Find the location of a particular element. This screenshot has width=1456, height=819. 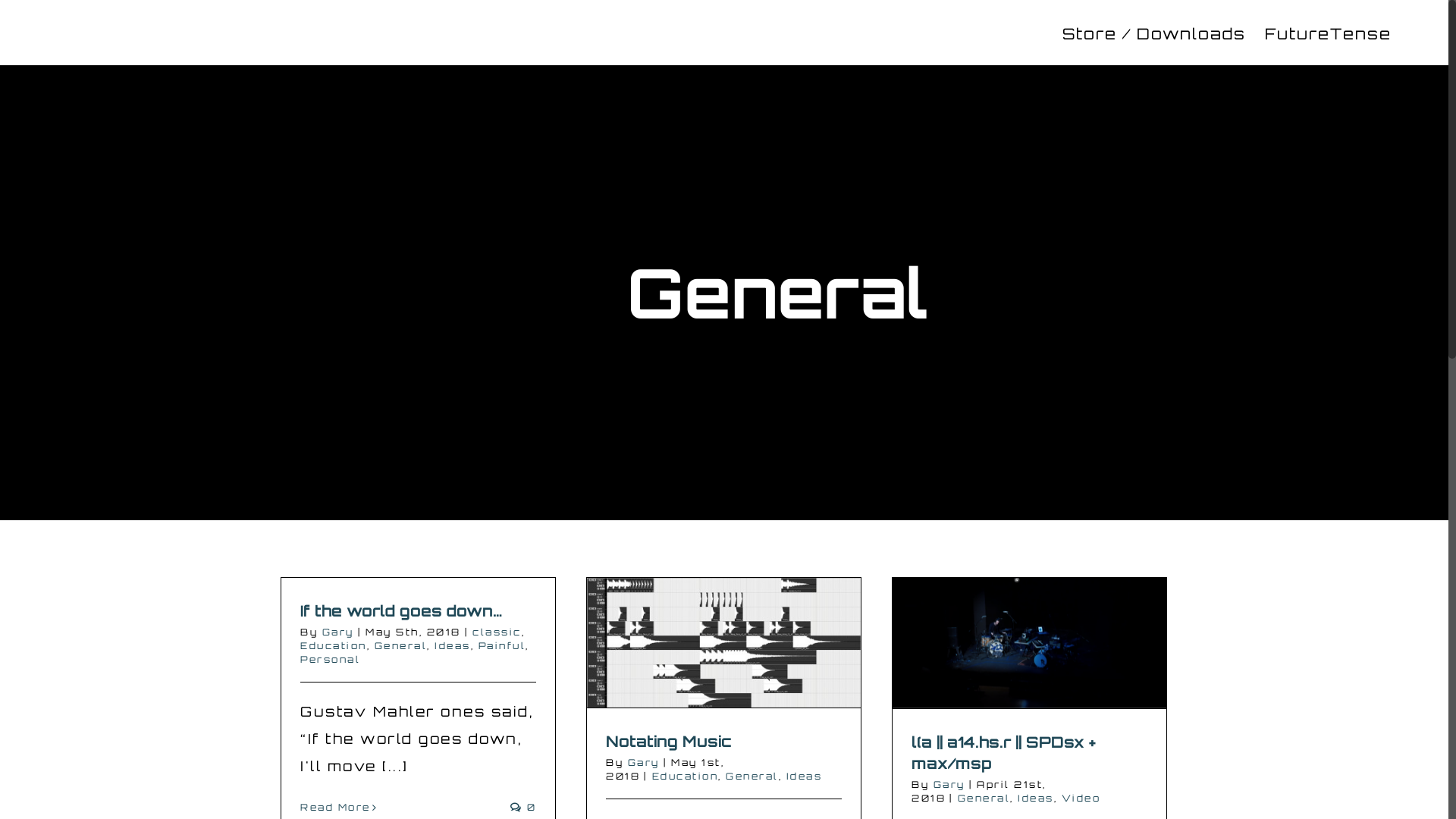

'Personal' is located at coordinates (300, 658).